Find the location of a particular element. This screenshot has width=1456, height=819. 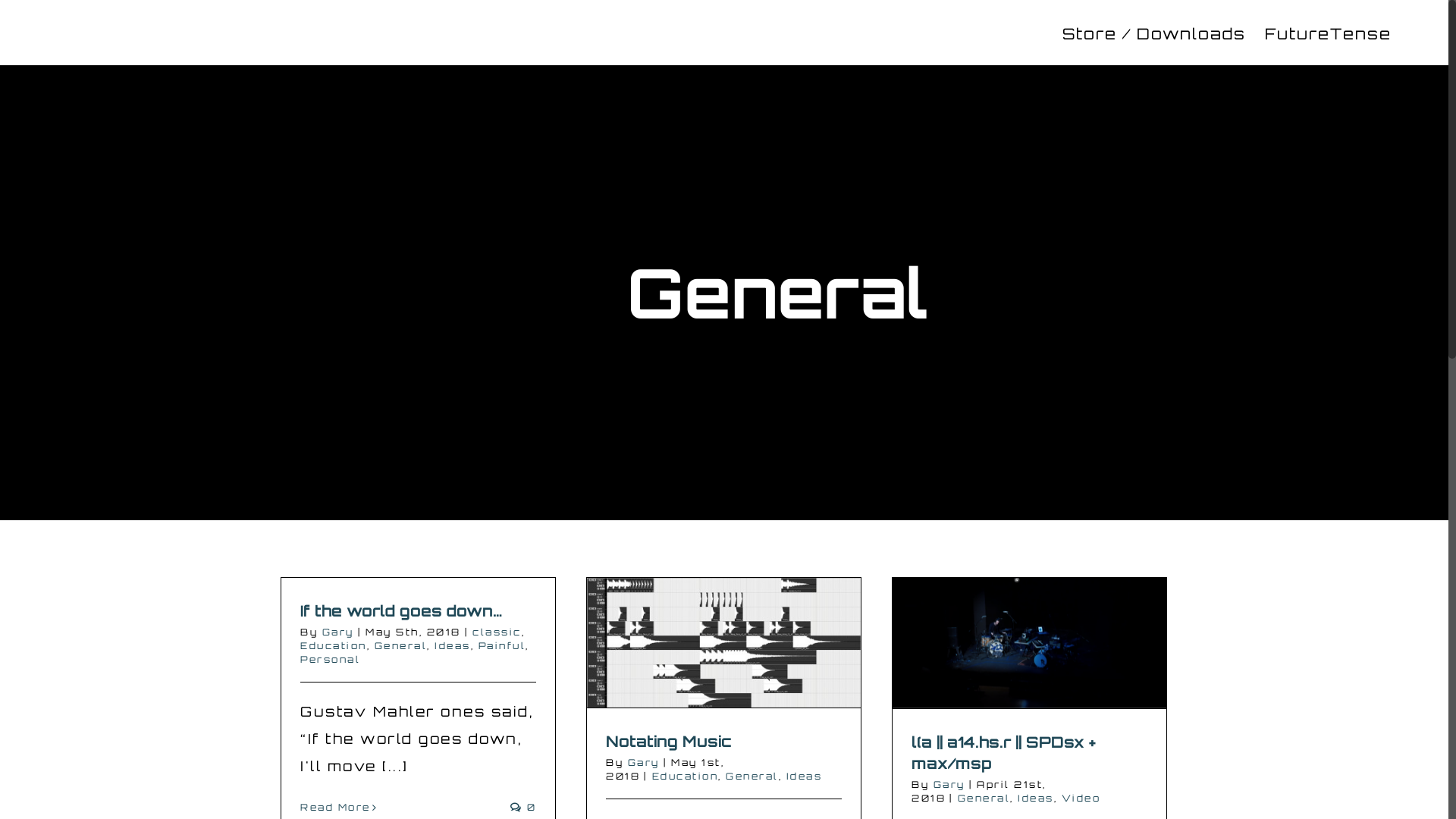

'Personal' is located at coordinates (300, 658).